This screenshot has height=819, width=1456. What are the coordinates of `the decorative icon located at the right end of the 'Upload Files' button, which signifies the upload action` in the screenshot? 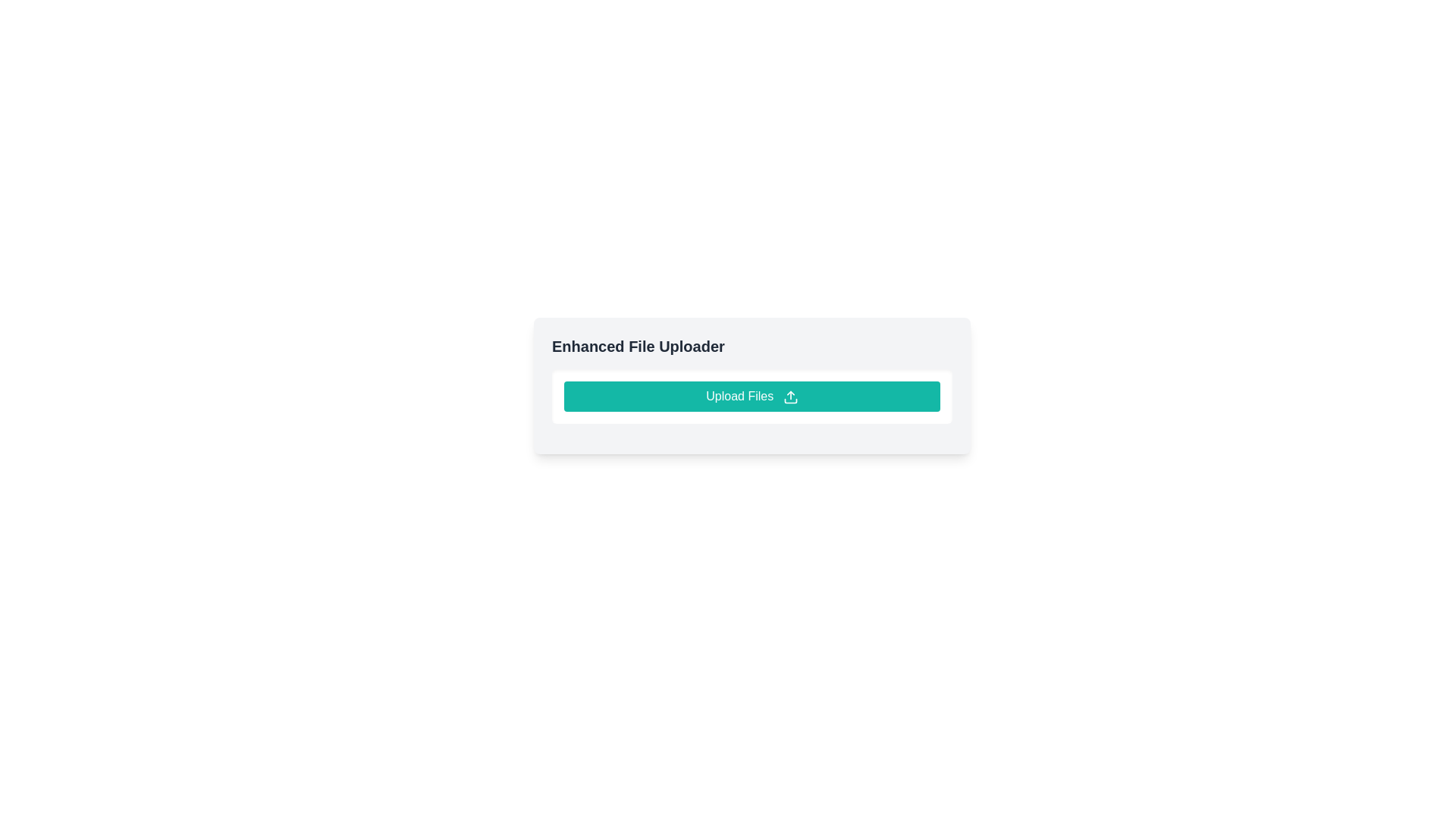 It's located at (789, 396).